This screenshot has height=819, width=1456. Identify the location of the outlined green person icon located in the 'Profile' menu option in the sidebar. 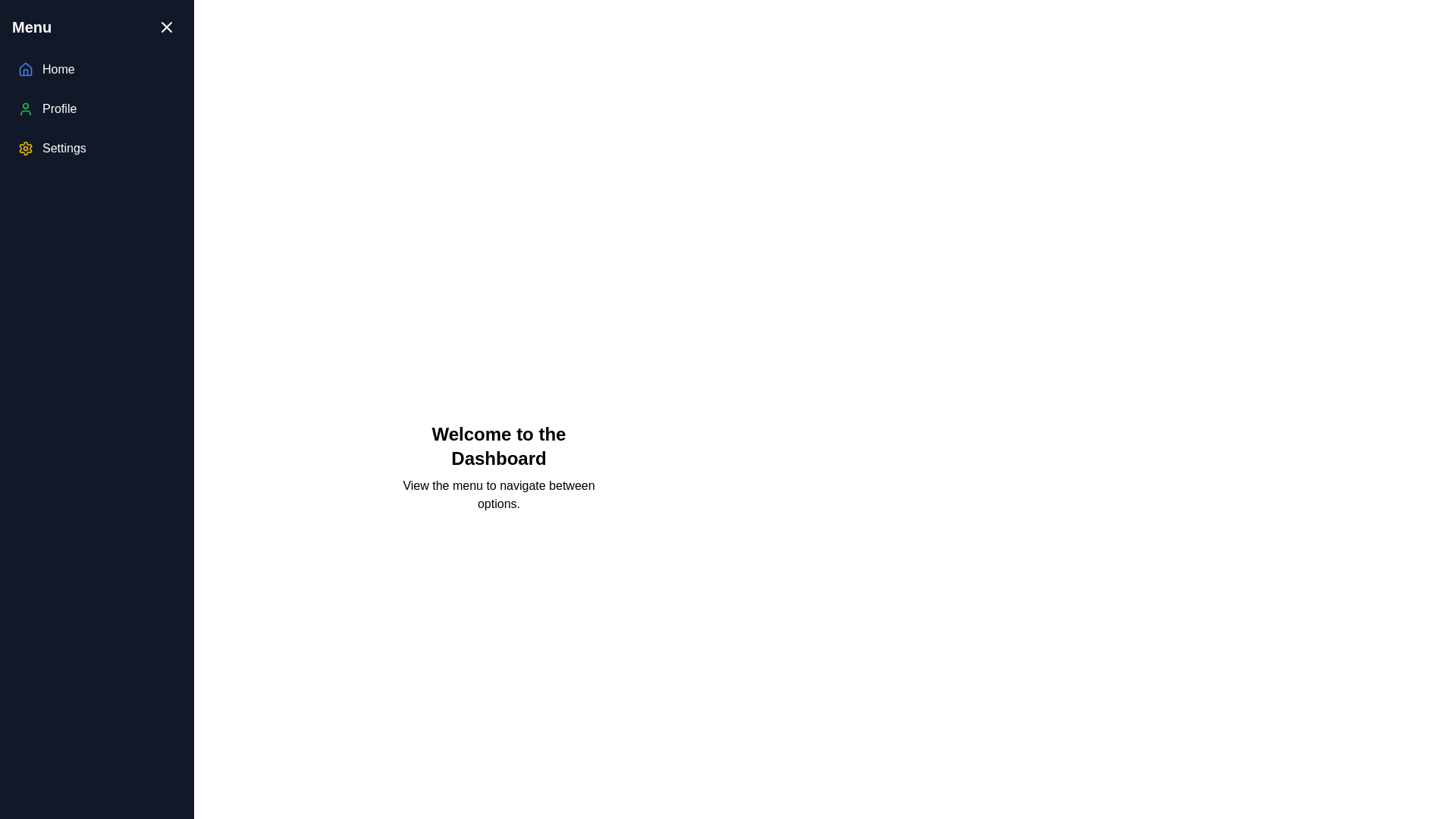
(25, 108).